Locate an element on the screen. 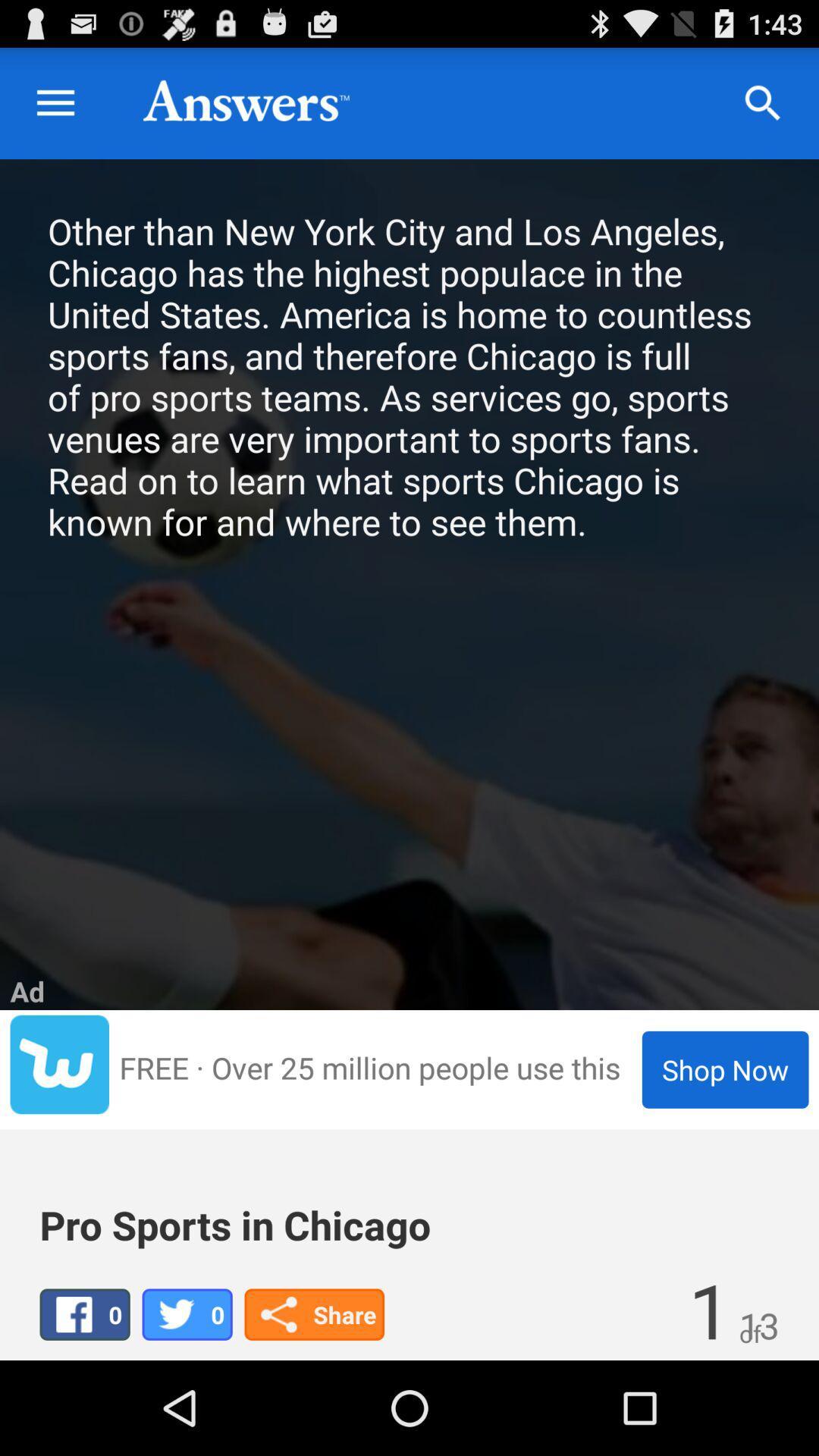  the twitter icon is located at coordinates (58, 1144).